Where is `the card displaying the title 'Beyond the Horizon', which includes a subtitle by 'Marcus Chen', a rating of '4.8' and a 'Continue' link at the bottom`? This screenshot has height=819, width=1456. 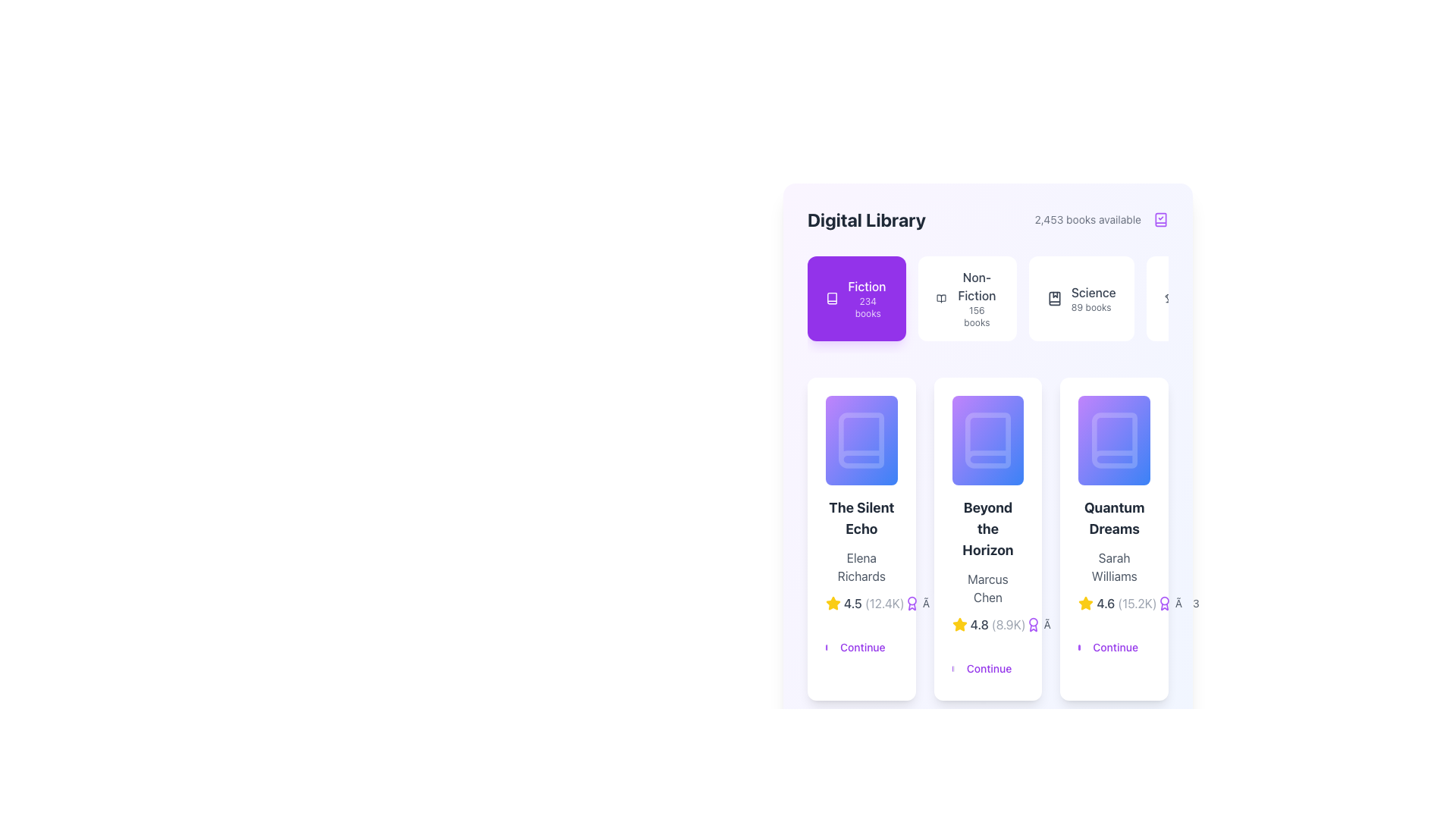
the card displaying the title 'Beyond the Horizon', which includes a subtitle by 'Marcus Chen', a rating of '4.8' and a 'Continue' link at the bottom is located at coordinates (987, 589).